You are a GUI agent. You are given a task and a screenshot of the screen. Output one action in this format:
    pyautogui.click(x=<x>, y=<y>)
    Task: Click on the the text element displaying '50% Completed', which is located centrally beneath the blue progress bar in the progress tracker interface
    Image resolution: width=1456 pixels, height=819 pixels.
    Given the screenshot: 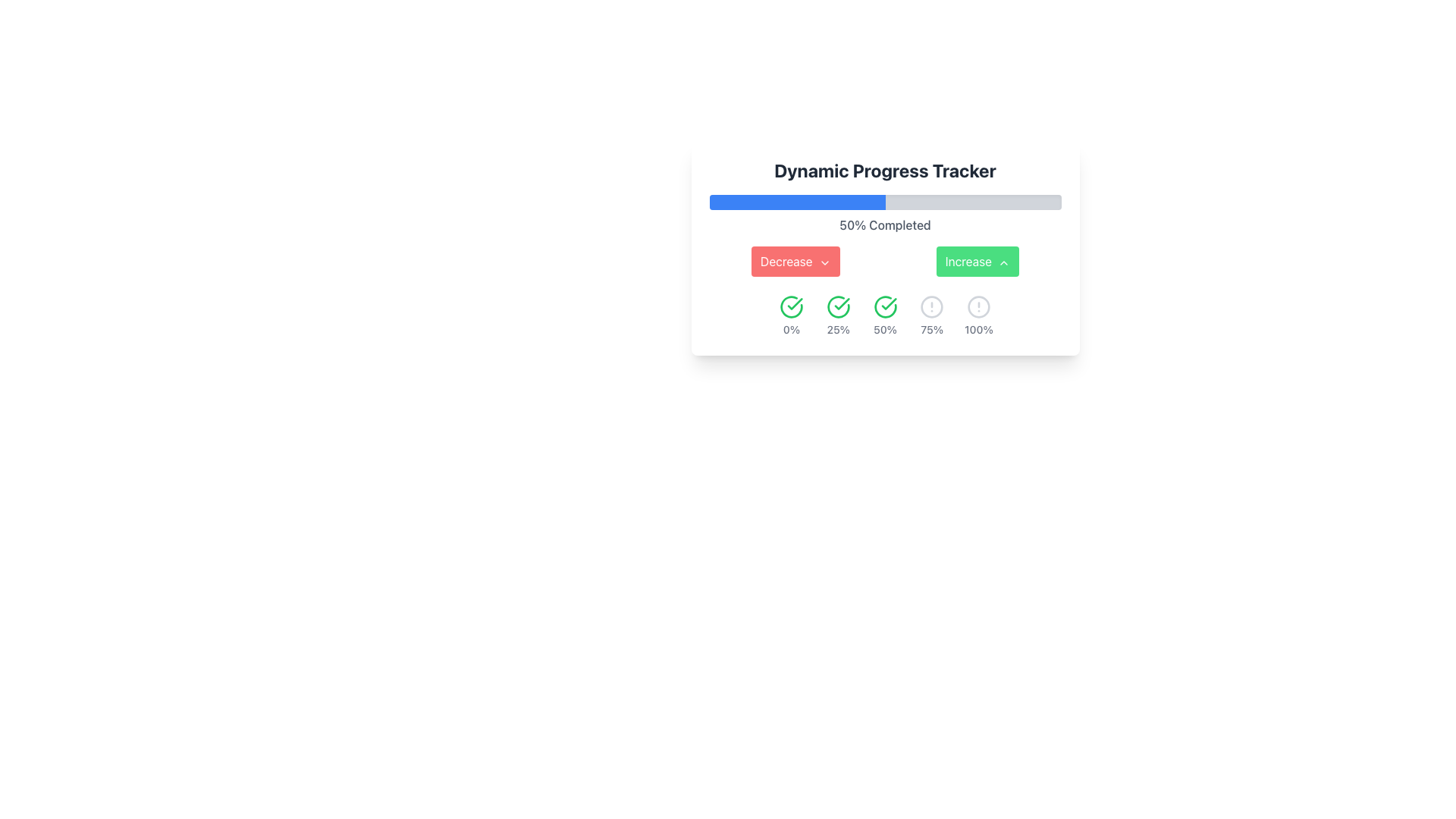 What is the action you would take?
    pyautogui.click(x=885, y=225)
    